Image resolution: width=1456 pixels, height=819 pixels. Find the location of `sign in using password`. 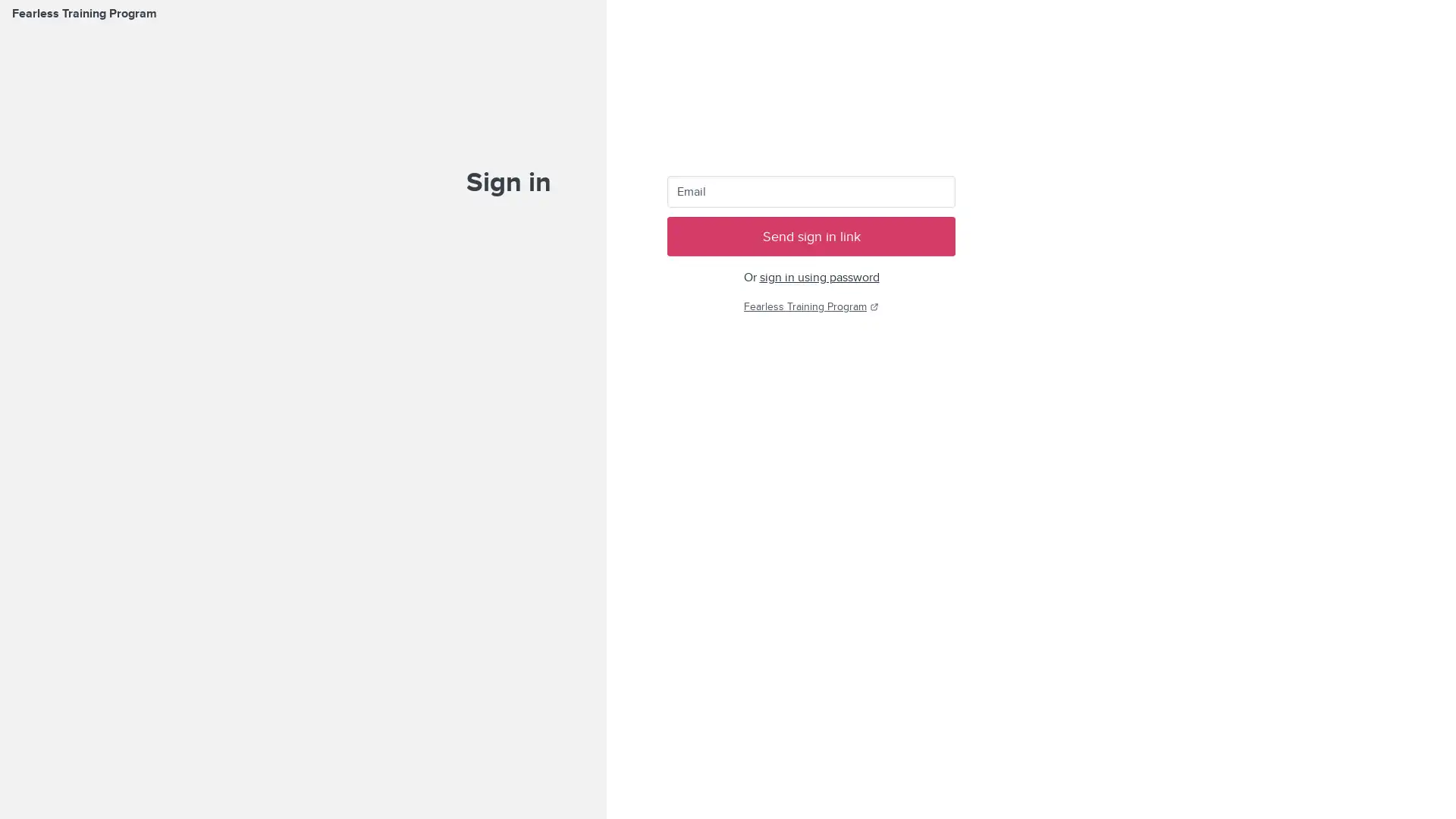

sign in using password is located at coordinates (818, 278).